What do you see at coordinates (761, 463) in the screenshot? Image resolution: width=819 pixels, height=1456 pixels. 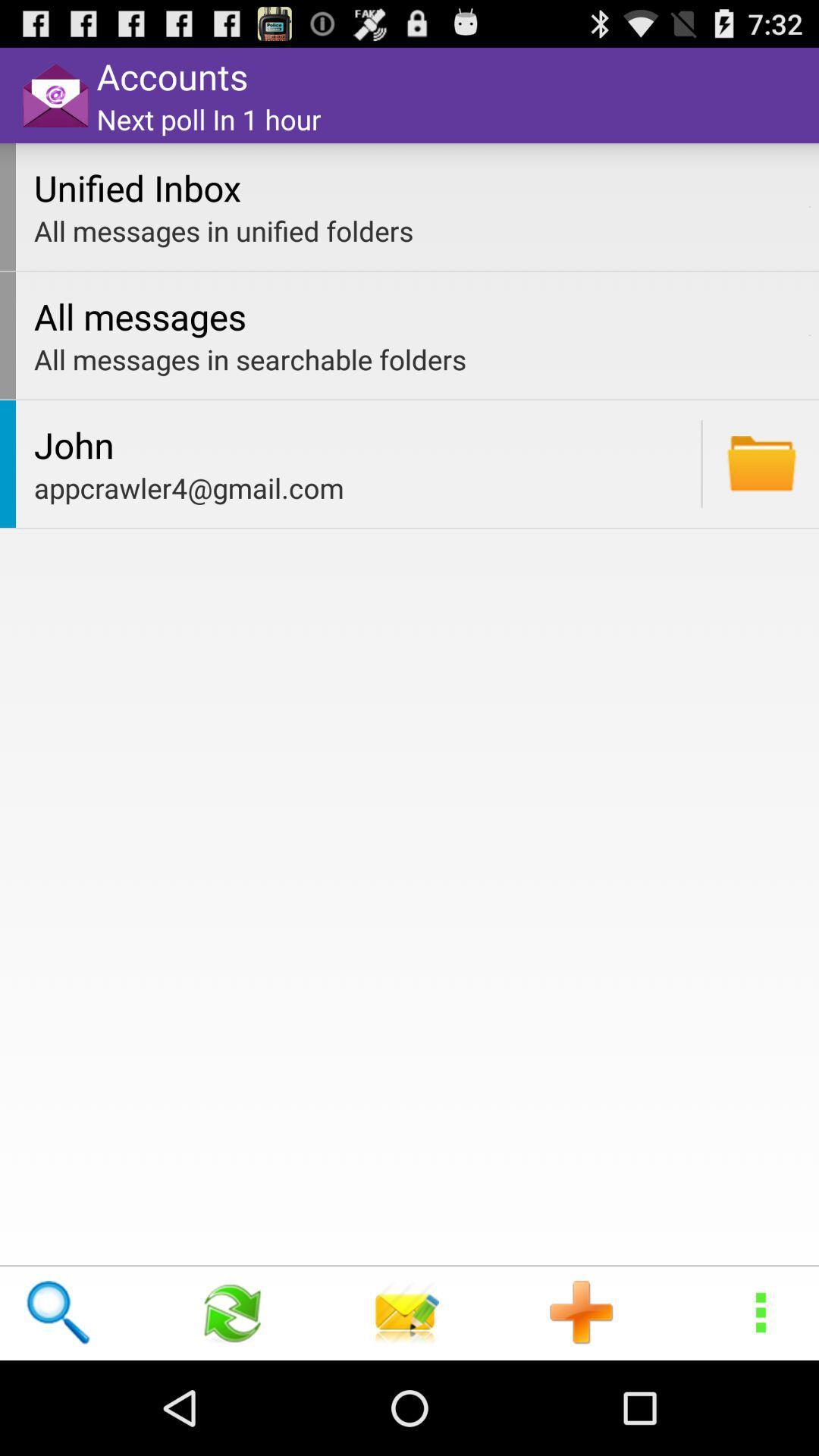 I see `open folder` at bounding box center [761, 463].